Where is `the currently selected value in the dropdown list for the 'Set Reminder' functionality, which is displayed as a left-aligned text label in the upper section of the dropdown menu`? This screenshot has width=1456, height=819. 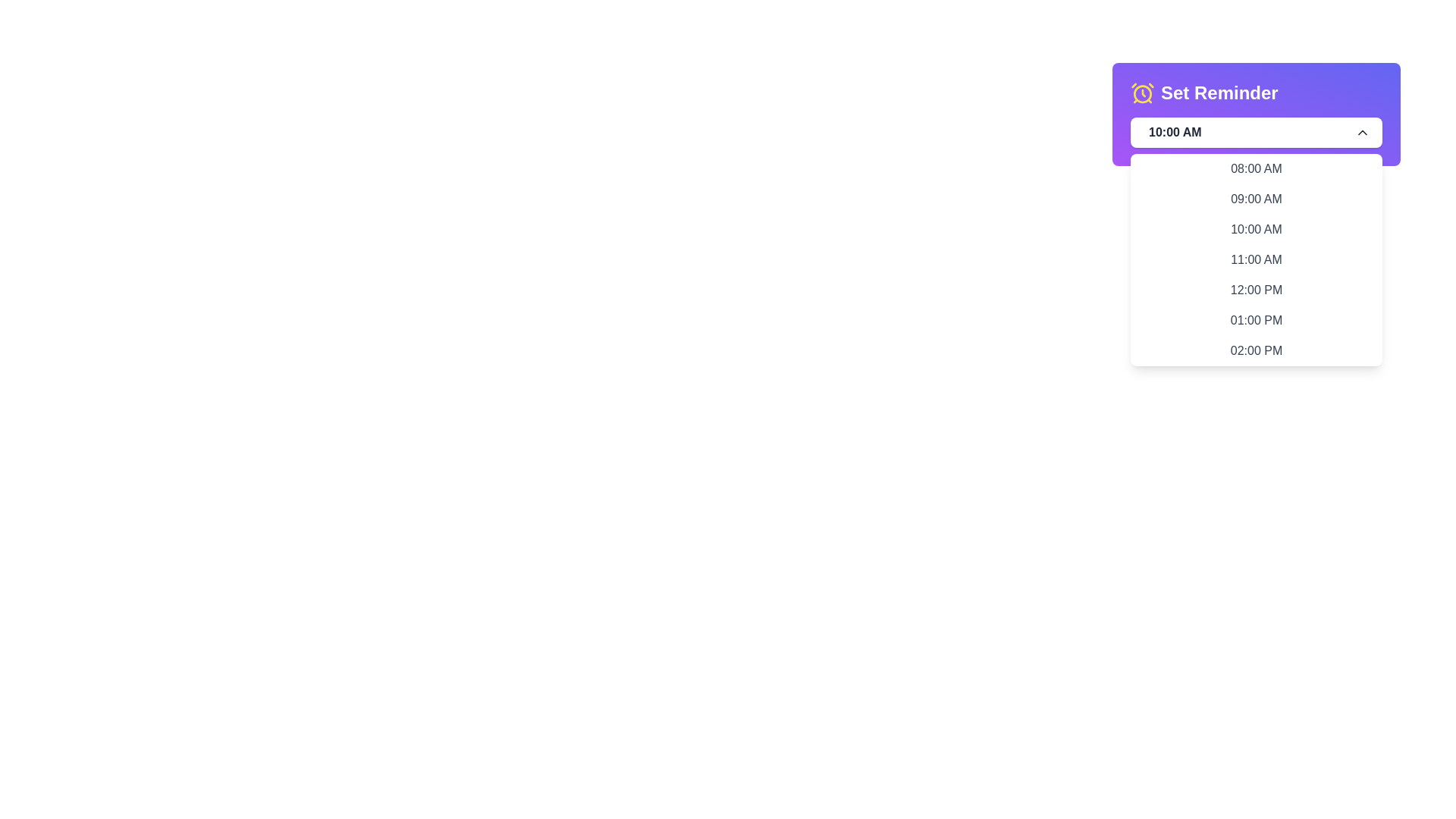
the currently selected value in the dropdown list for the 'Set Reminder' functionality, which is displayed as a left-aligned text label in the upper section of the dropdown menu is located at coordinates (1171, 131).